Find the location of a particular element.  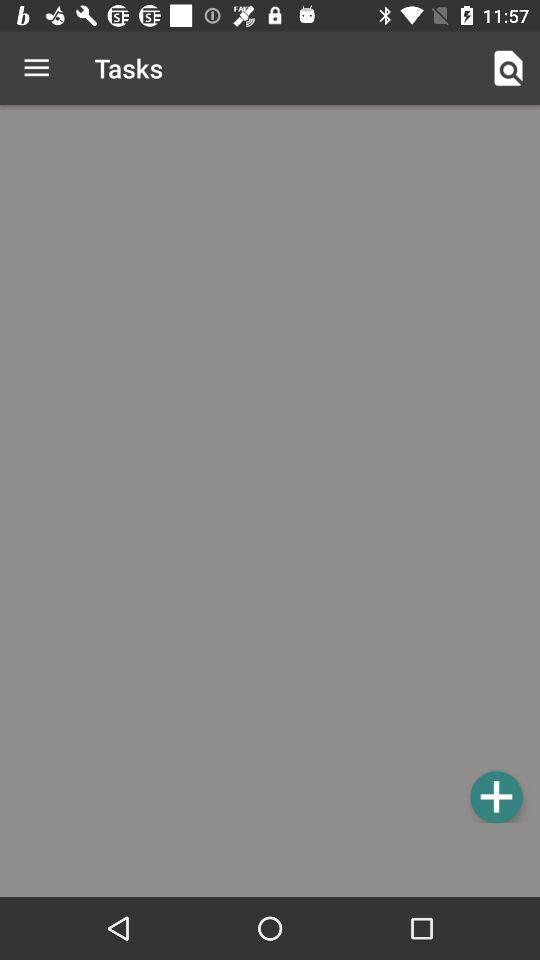

the icon at the top right corner is located at coordinates (508, 68).